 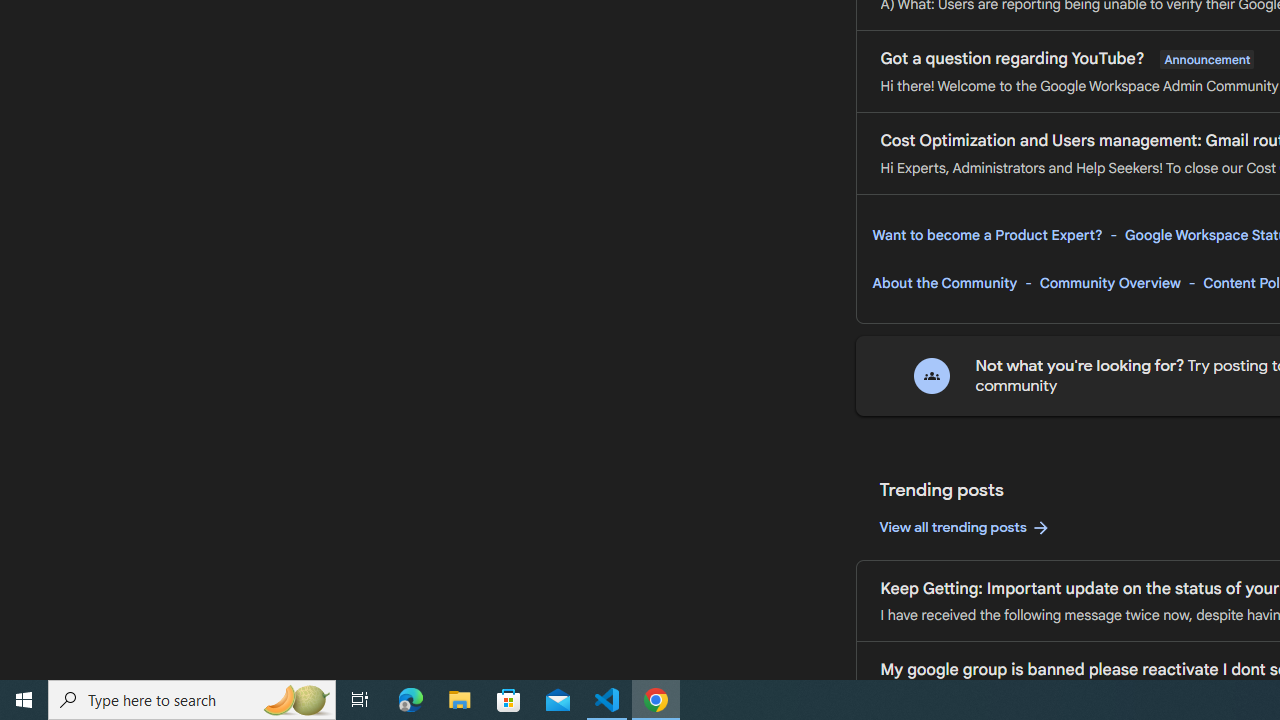 I want to click on 'View all trending posts', so click(x=965, y=527).